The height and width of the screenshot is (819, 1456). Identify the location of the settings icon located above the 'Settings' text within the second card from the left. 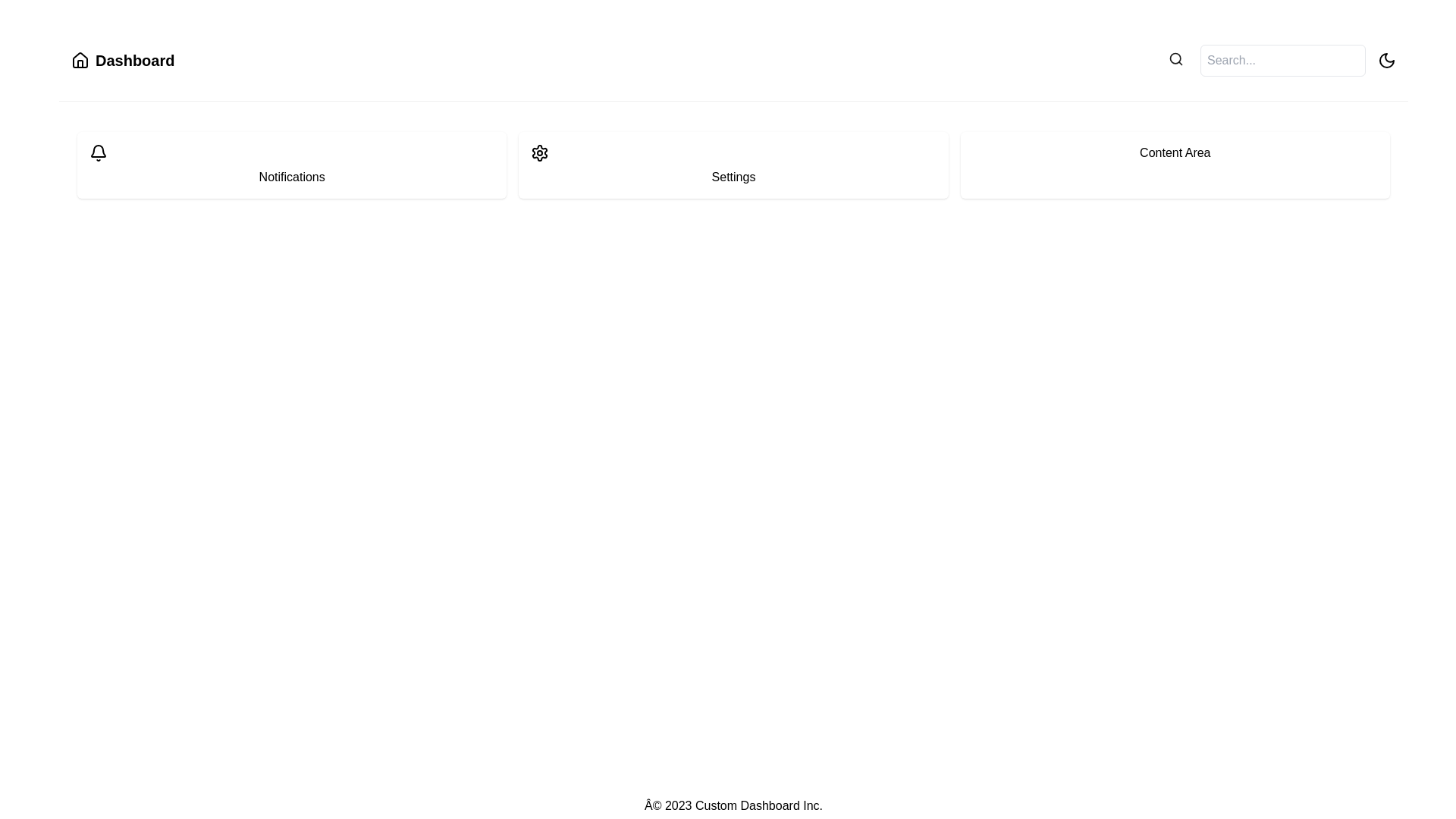
(540, 152).